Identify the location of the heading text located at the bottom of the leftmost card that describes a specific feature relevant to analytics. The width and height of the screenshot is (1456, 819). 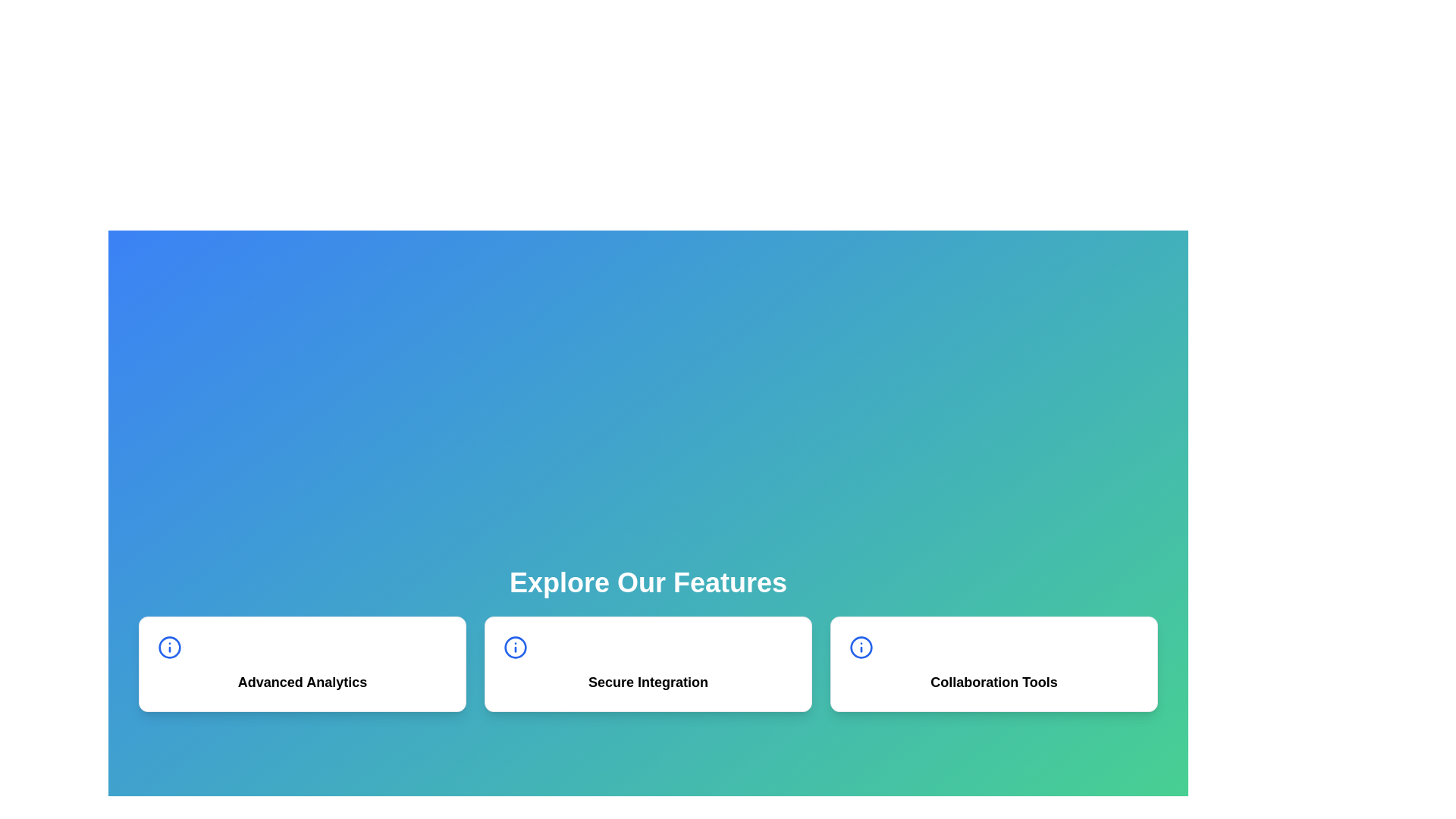
(302, 681).